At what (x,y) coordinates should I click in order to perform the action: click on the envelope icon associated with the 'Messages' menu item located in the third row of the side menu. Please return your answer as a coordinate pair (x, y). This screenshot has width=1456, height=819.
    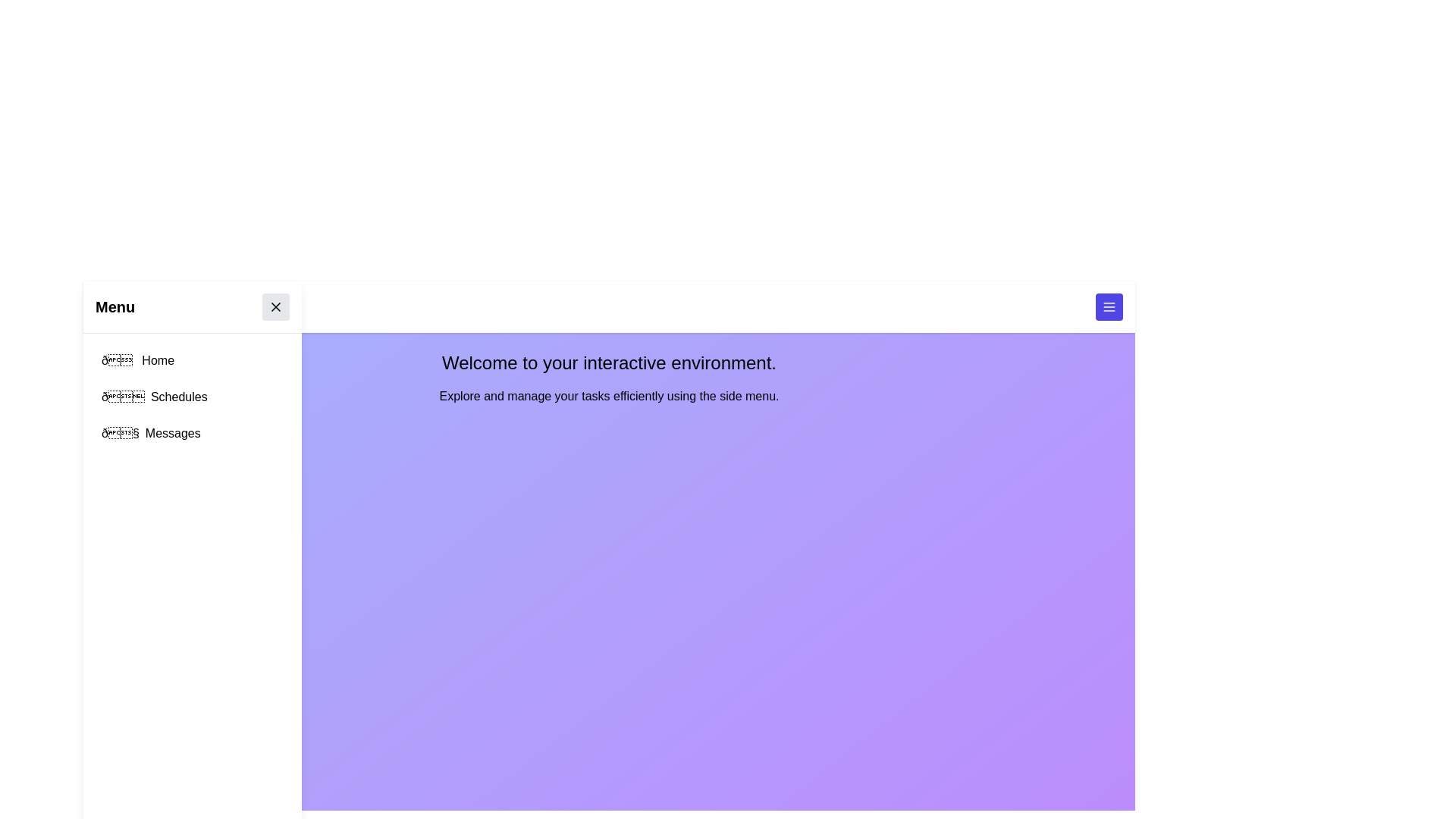
    Looking at the image, I should click on (119, 433).